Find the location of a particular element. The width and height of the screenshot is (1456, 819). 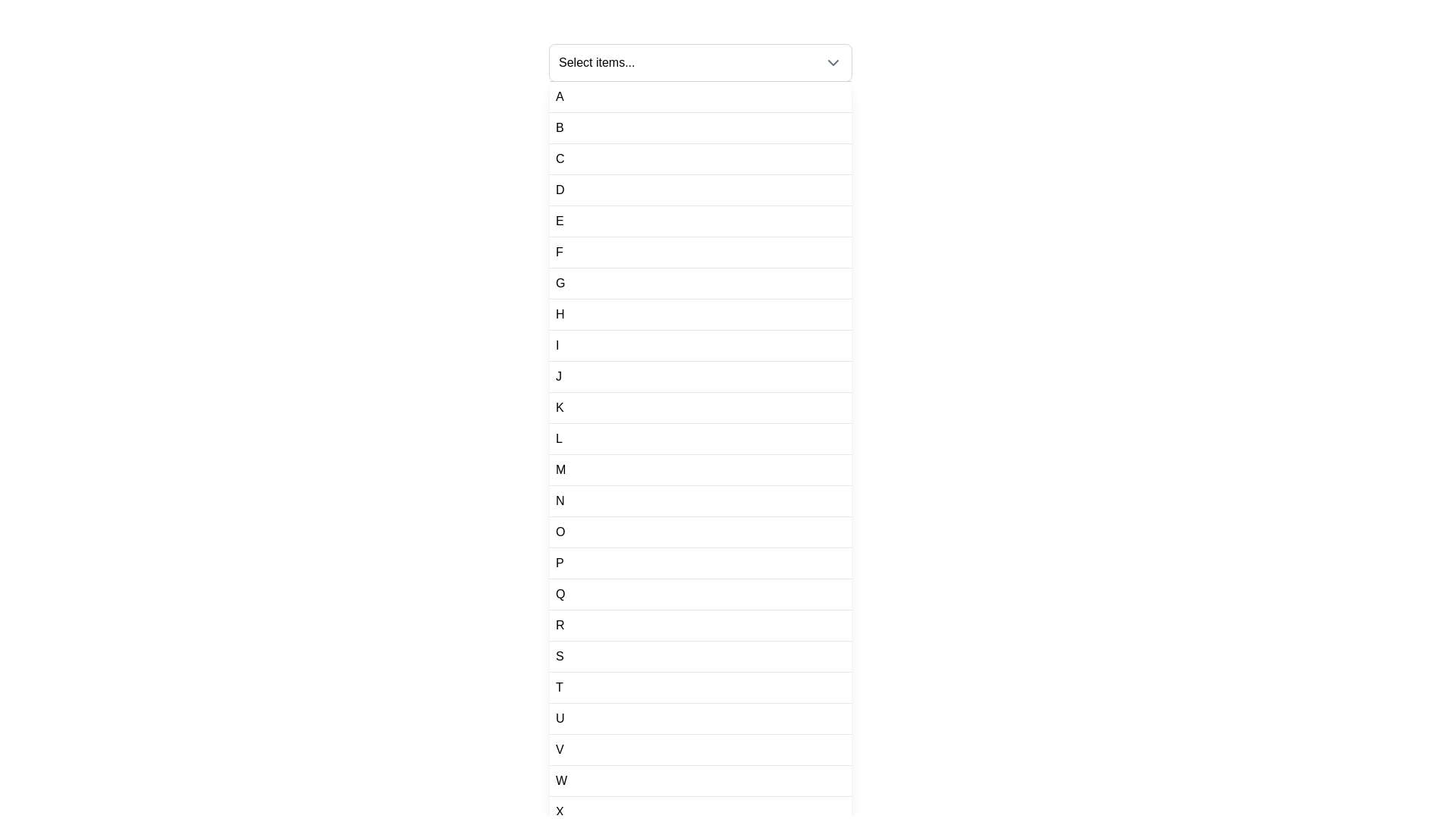

the fourth list item displaying the letter 'D' is located at coordinates (700, 190).